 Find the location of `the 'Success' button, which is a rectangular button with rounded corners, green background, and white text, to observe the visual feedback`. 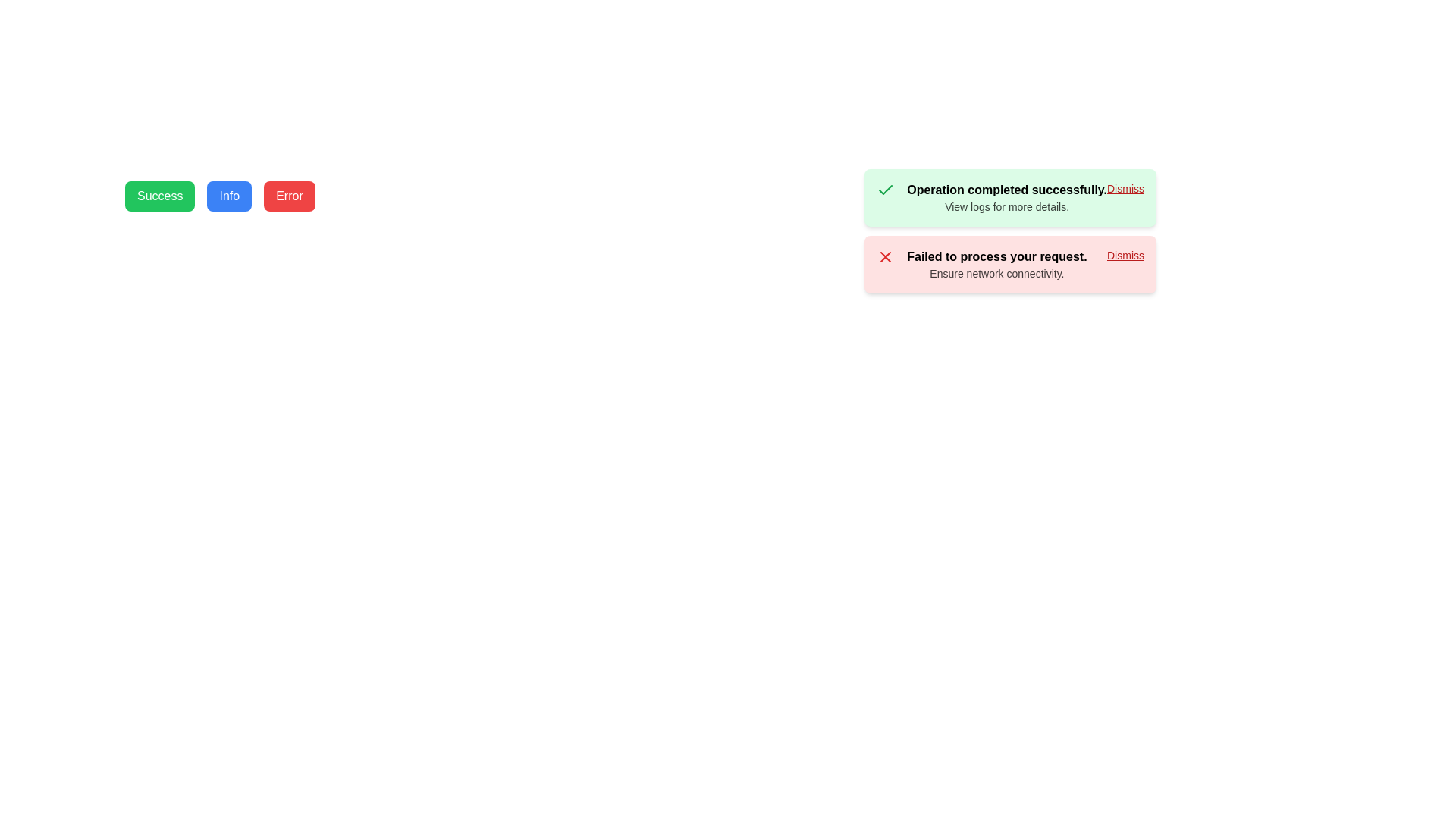

the 'Success' button, which is a rectangular button with rounded corners, green background, and white text, to observe the visual feedback is located at coordinates (160, 195).